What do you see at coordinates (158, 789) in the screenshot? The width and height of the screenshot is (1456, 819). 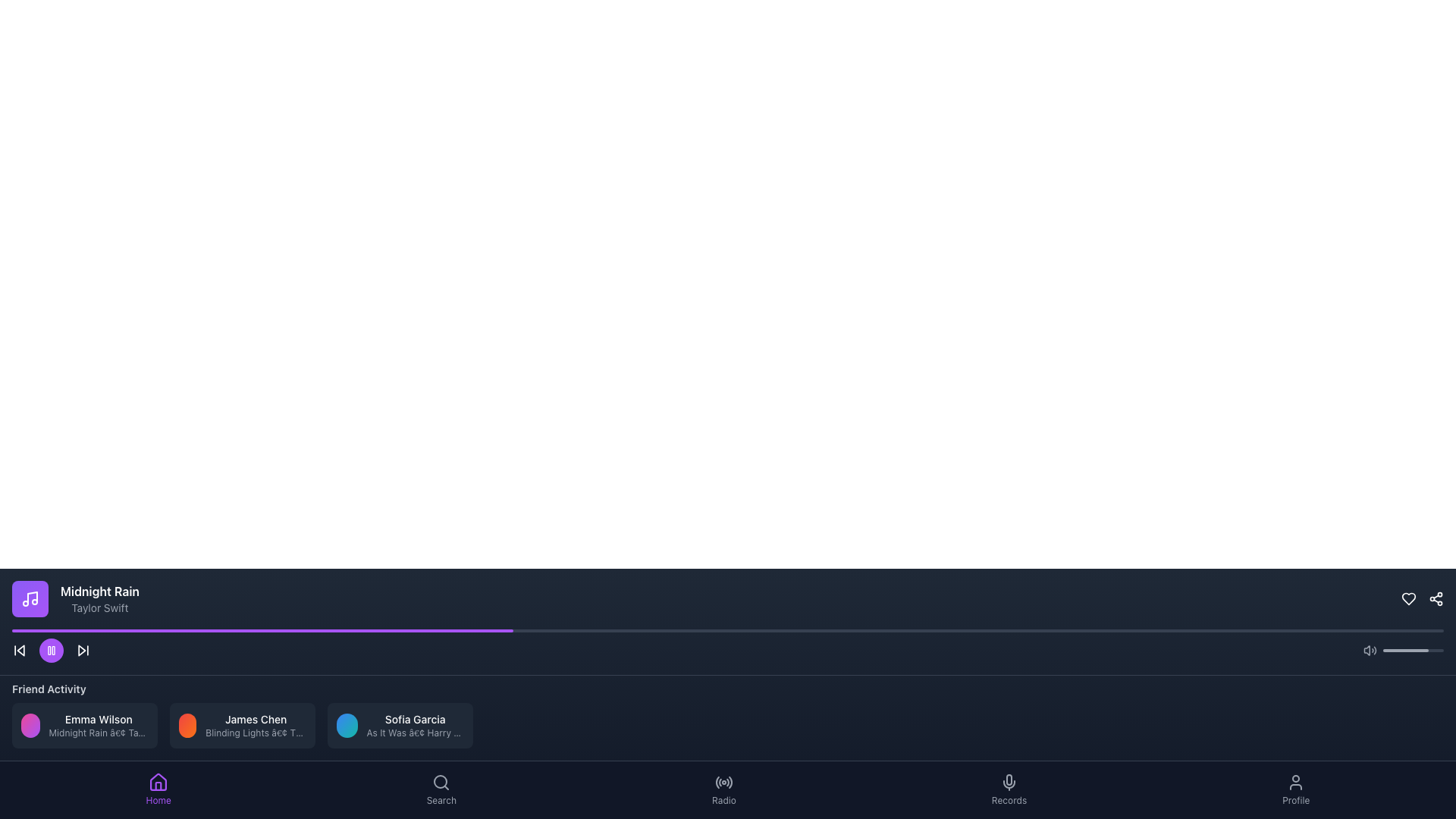 I see `the 'Home' button, which features a house icon and the text 'Home' in purple, located in the bottom navigation bar` at bounding box center [158, 789].